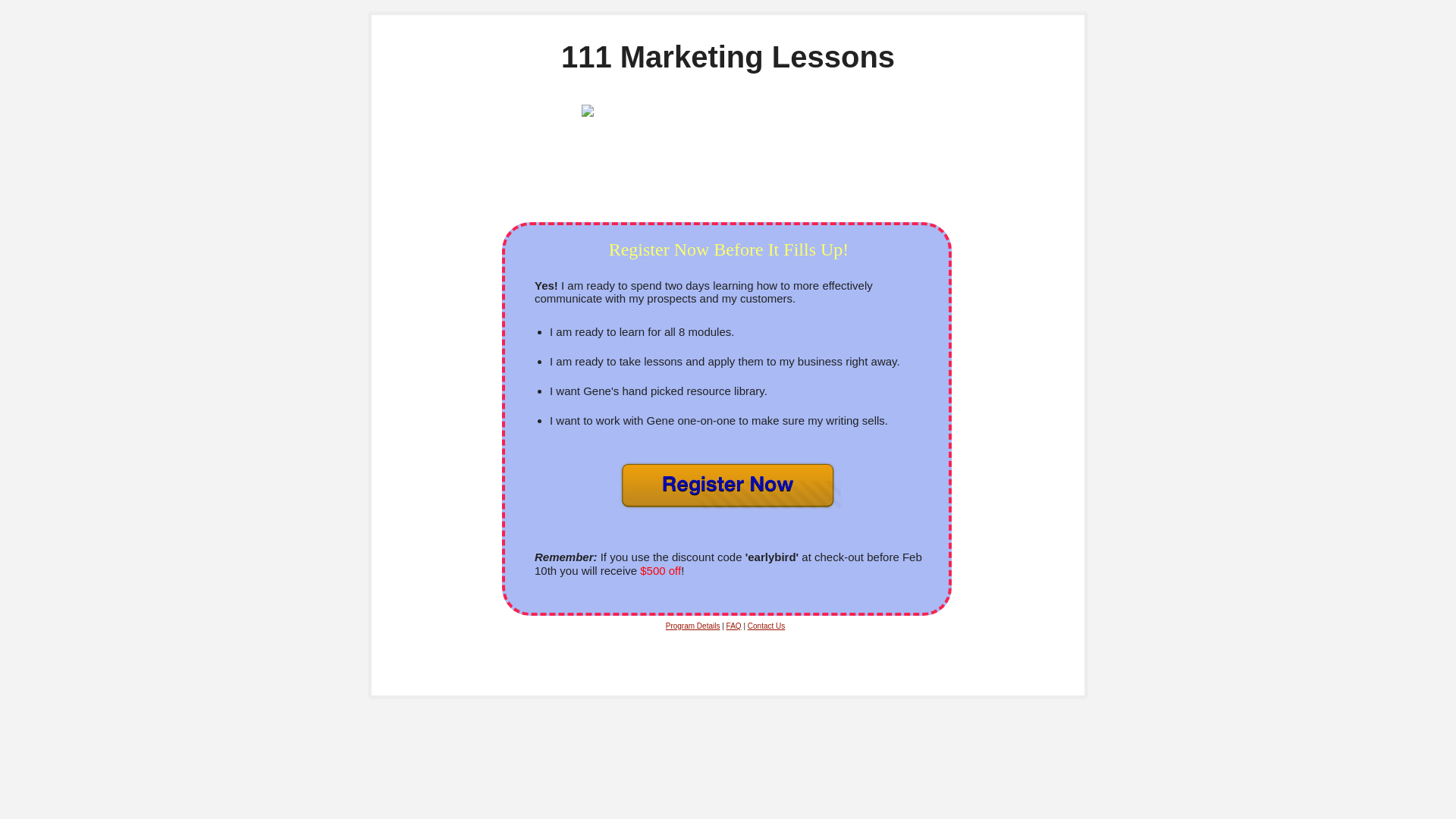 Image resolution: width=1456 pixels, height=819 pixels. I want to click on 'FAQ', so click(734, 626).